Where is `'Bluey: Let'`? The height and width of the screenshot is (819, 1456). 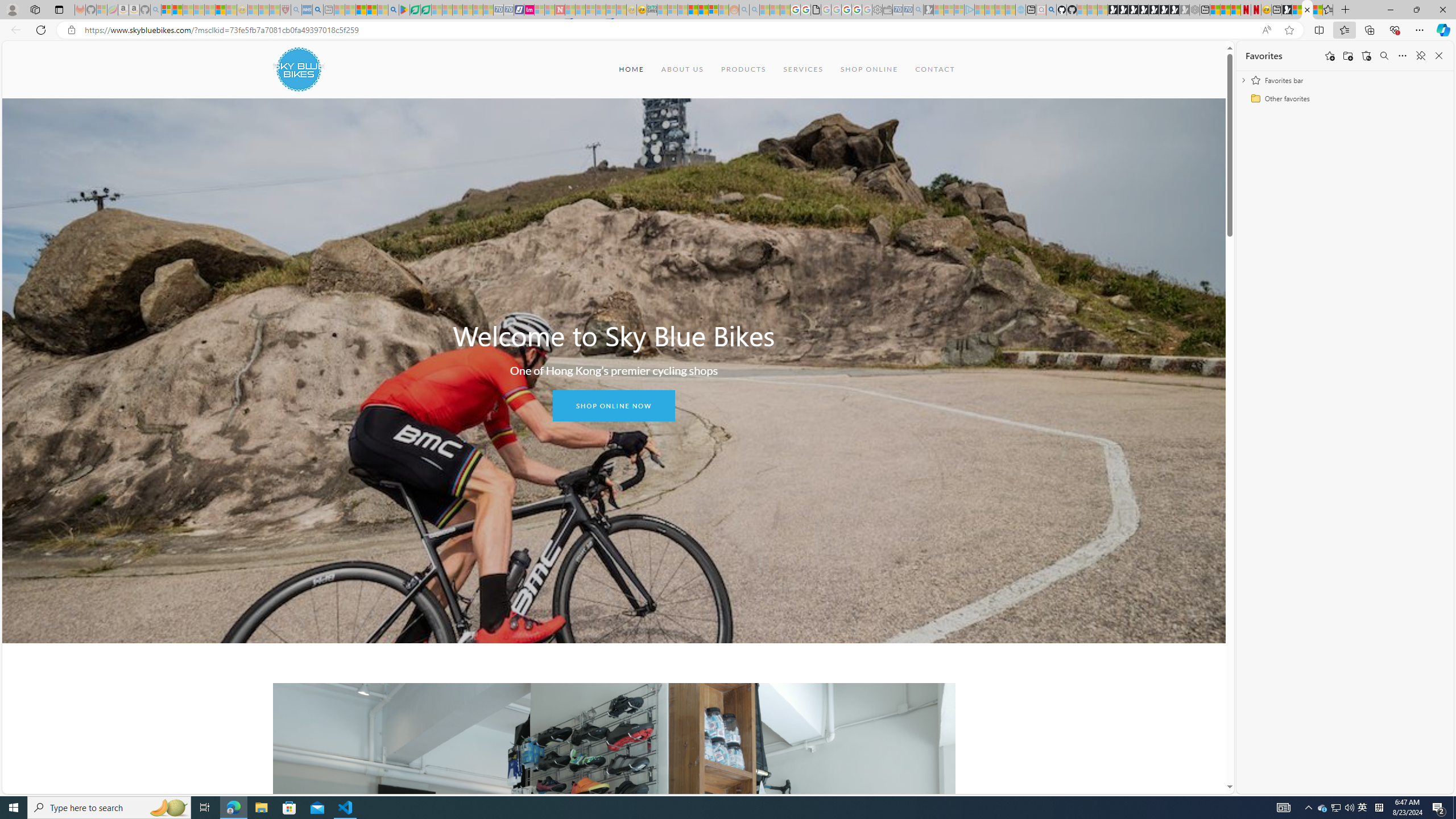
'Bluey: Let' is located at coordinates (404, 9).